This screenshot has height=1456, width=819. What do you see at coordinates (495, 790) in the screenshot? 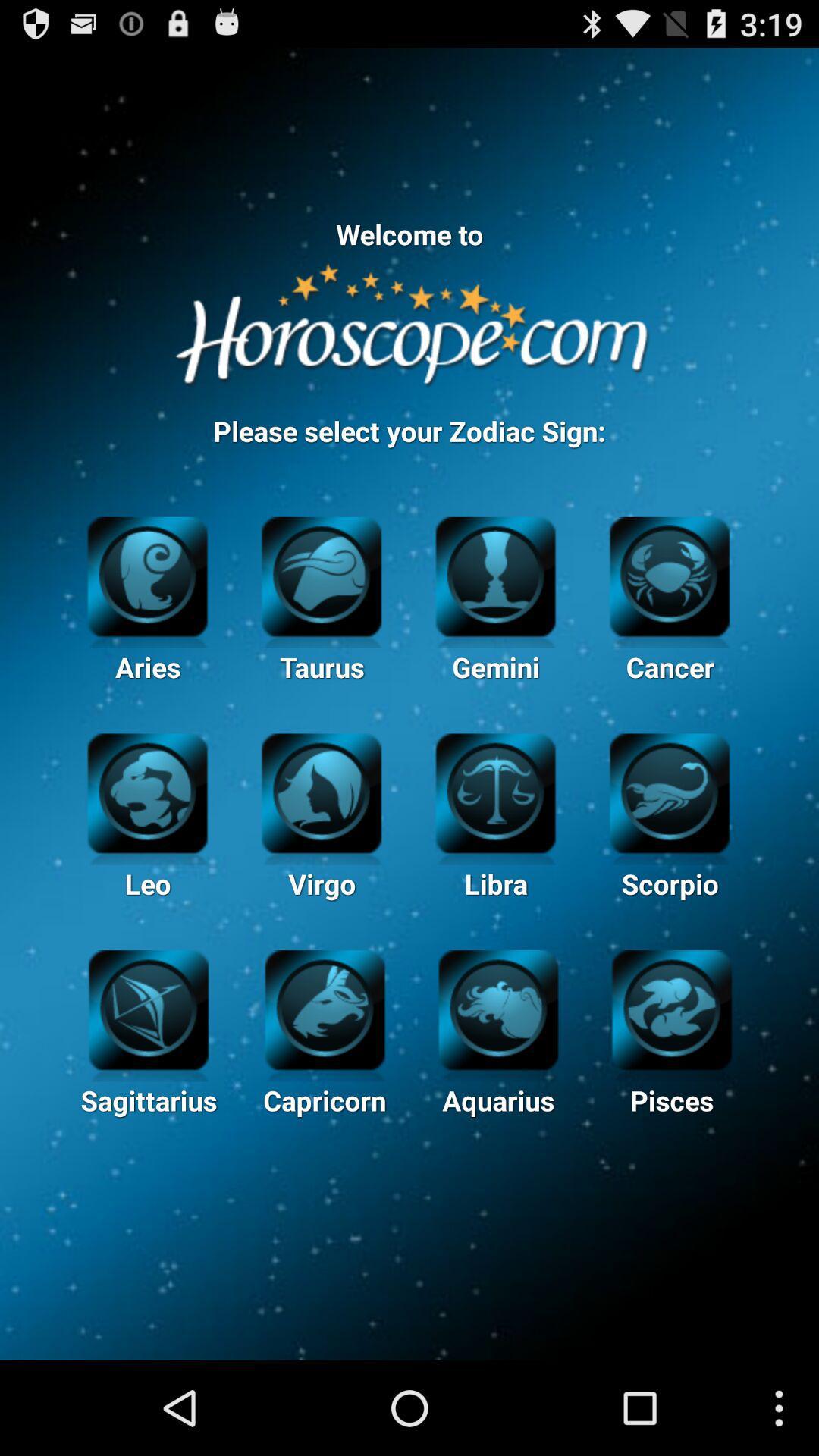
I see `the libra option` at bounding box center [495, 790].